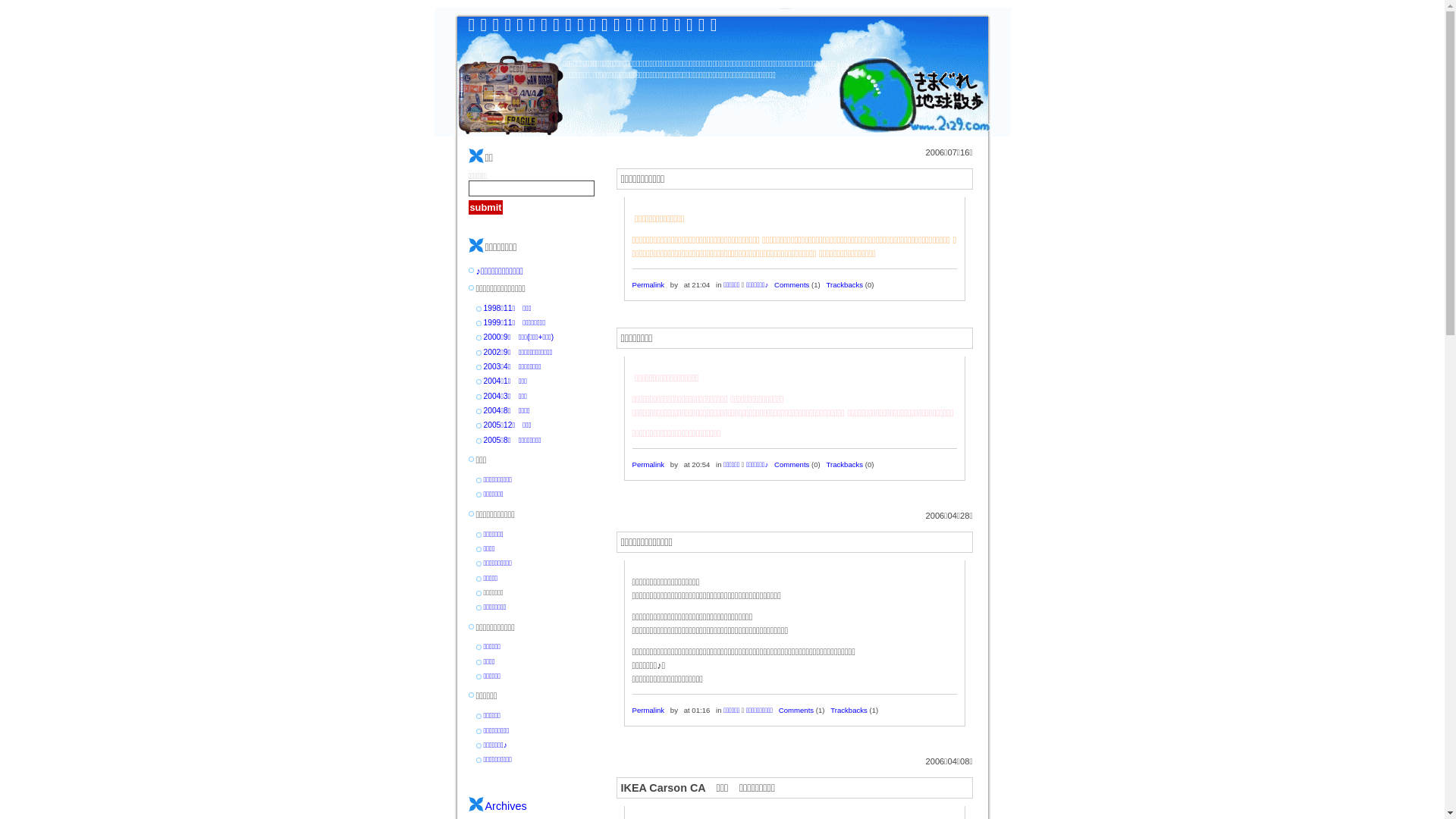 Image resolution: width=1456 pixels, height=819 pixels. Describe the element at coordinates (790, 284) in the screenshot. I see `'Comments'` at that location.